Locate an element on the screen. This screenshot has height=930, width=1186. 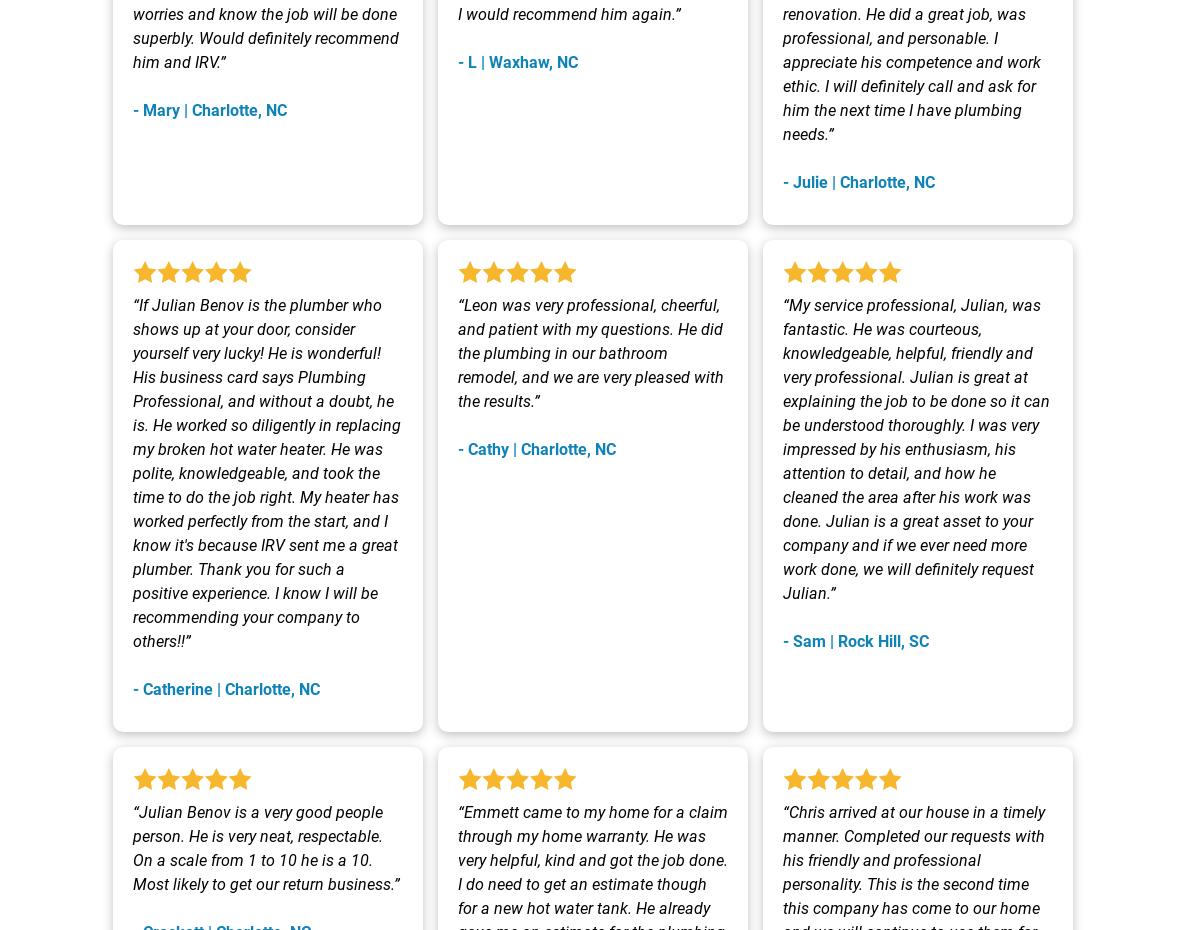
'- L | Waxhaw, NC' is located at coordinates (458, 61).